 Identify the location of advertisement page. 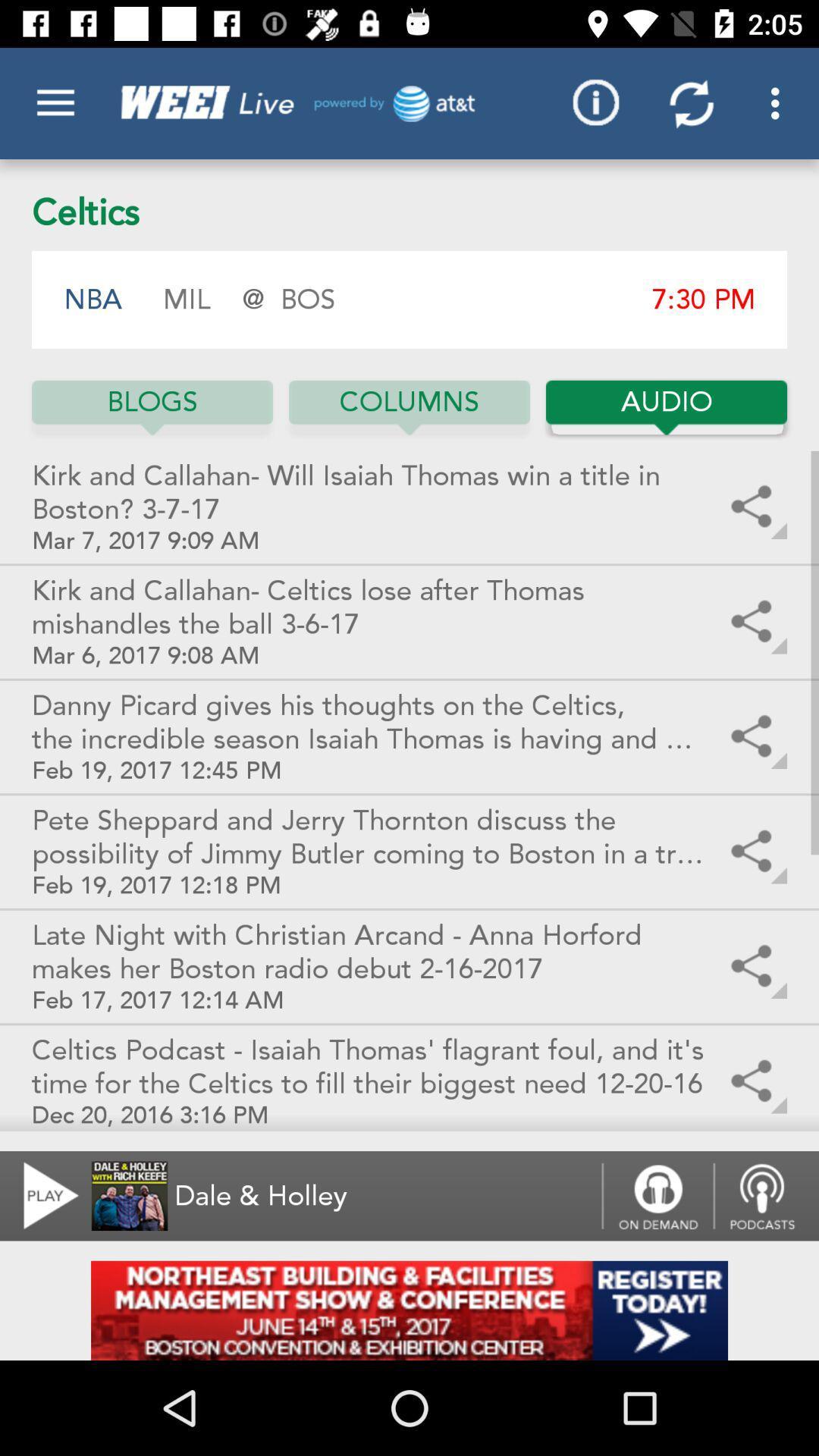
(409, 1310).